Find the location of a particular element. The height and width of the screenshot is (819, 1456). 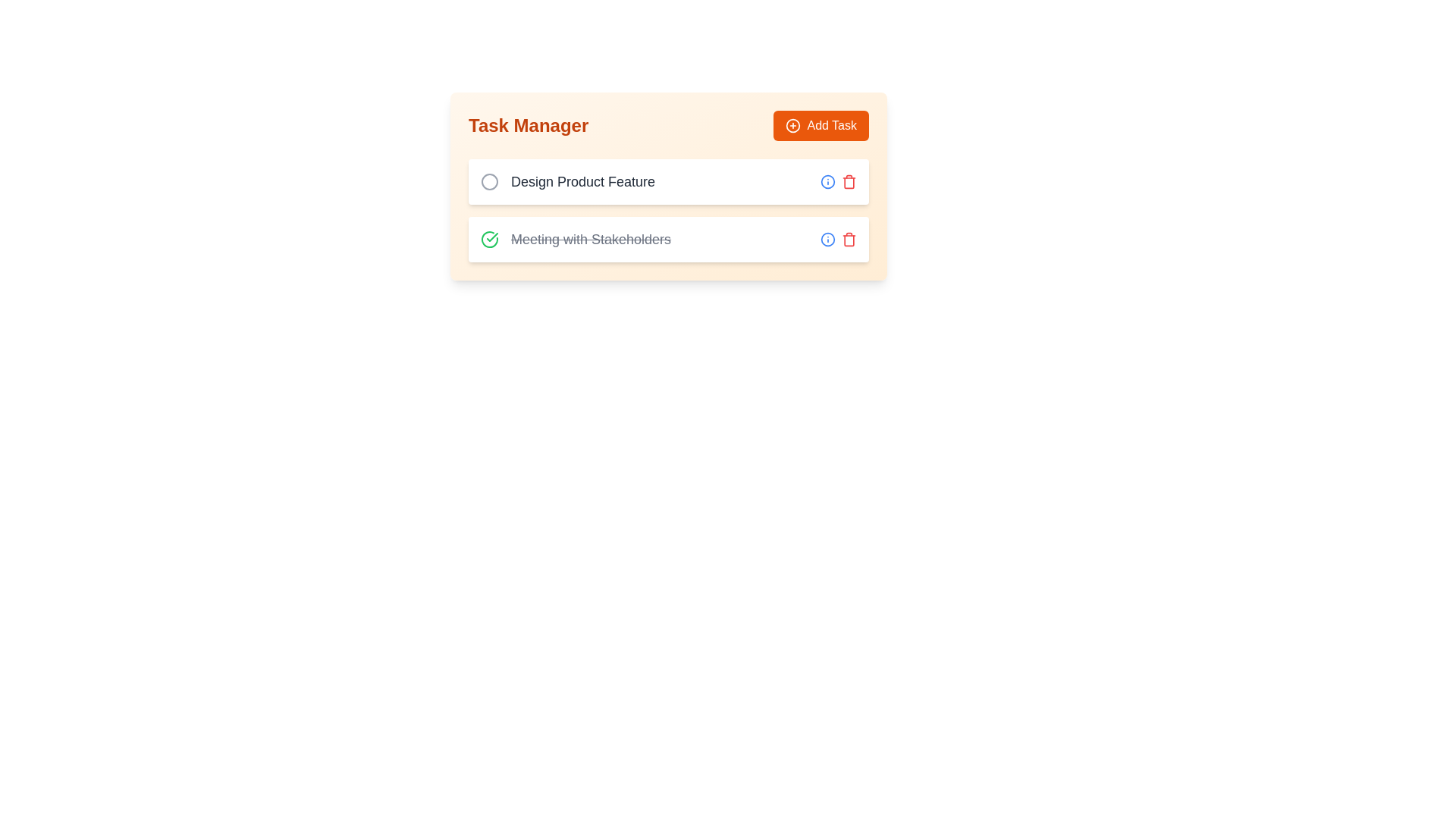

the decorative graphic checkmark icon that indicates the completion of the 'Meeting with Stakeholders' task, located on the left side of the second task entry is located at coordinates (490, 239).